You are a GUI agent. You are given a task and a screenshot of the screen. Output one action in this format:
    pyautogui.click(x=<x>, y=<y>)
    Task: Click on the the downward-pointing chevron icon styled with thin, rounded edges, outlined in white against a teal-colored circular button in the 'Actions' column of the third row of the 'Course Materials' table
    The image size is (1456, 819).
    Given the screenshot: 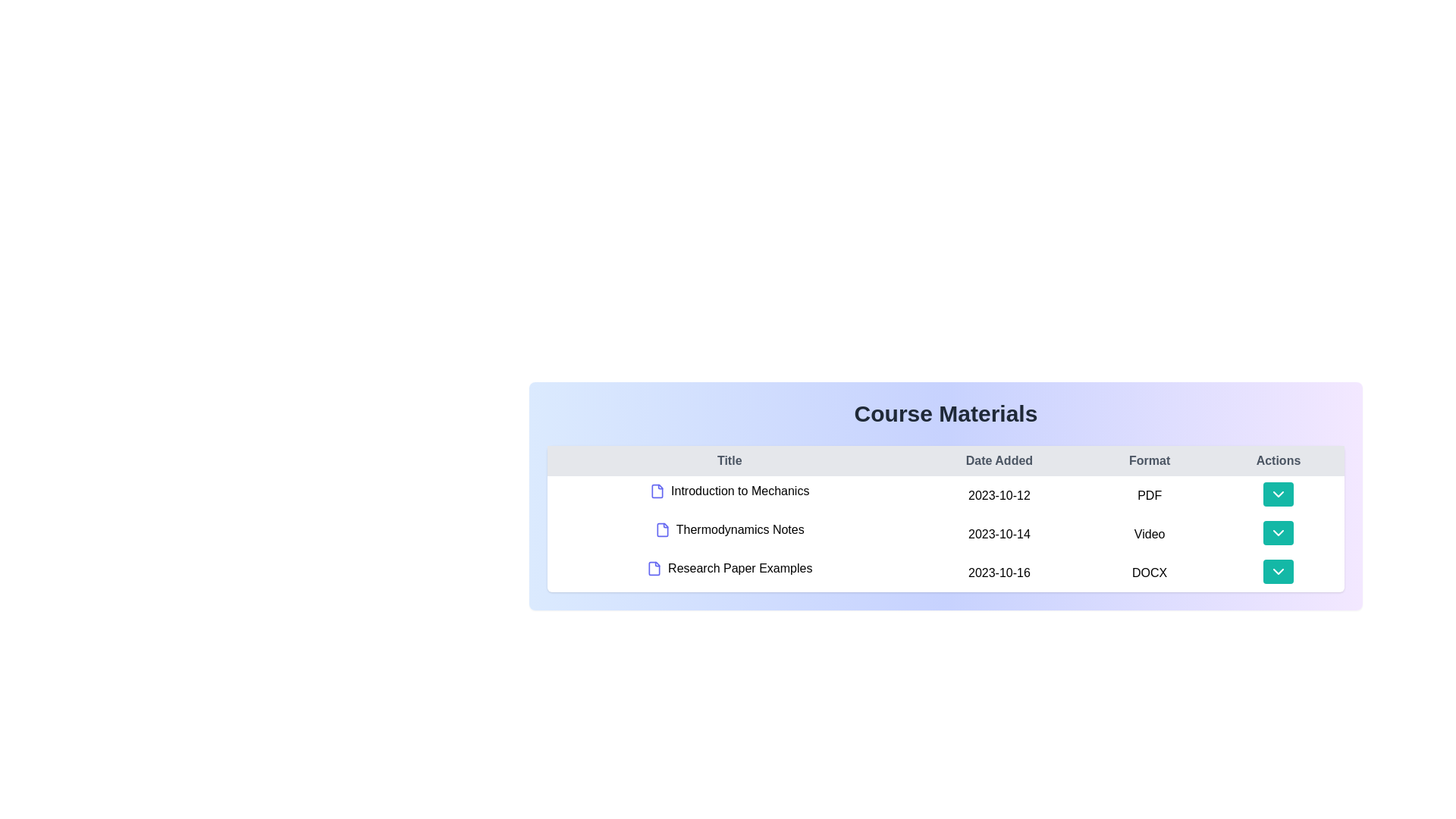 What is the action you would take?
    pyautogui.click(x=1277, y=571)
    